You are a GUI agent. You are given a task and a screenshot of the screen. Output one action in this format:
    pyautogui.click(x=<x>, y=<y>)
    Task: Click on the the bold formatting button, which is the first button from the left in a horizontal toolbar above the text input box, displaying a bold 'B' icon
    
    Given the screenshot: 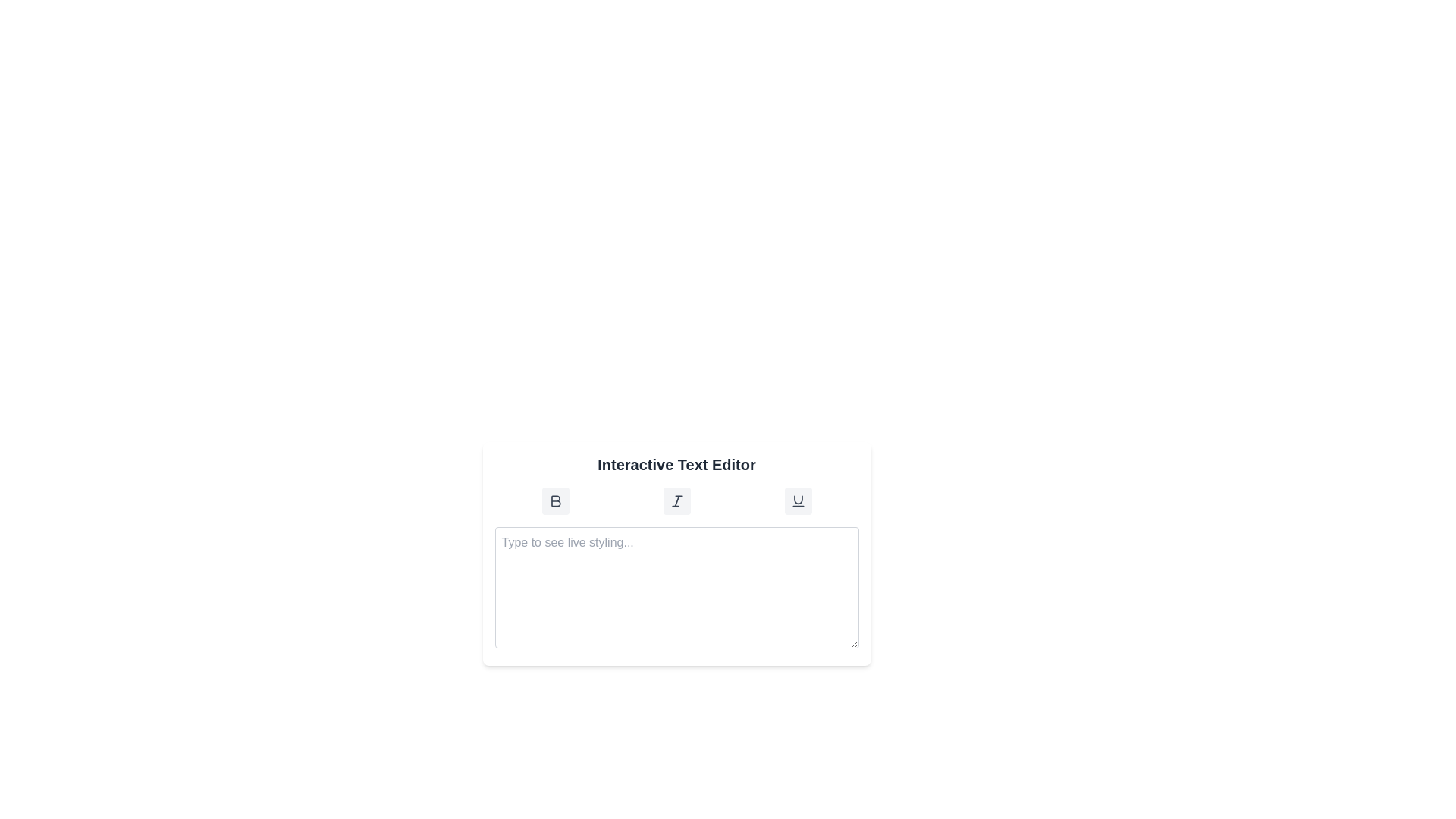 What is the action you would take?
    pyautogui.click(x=554, y=500)
    